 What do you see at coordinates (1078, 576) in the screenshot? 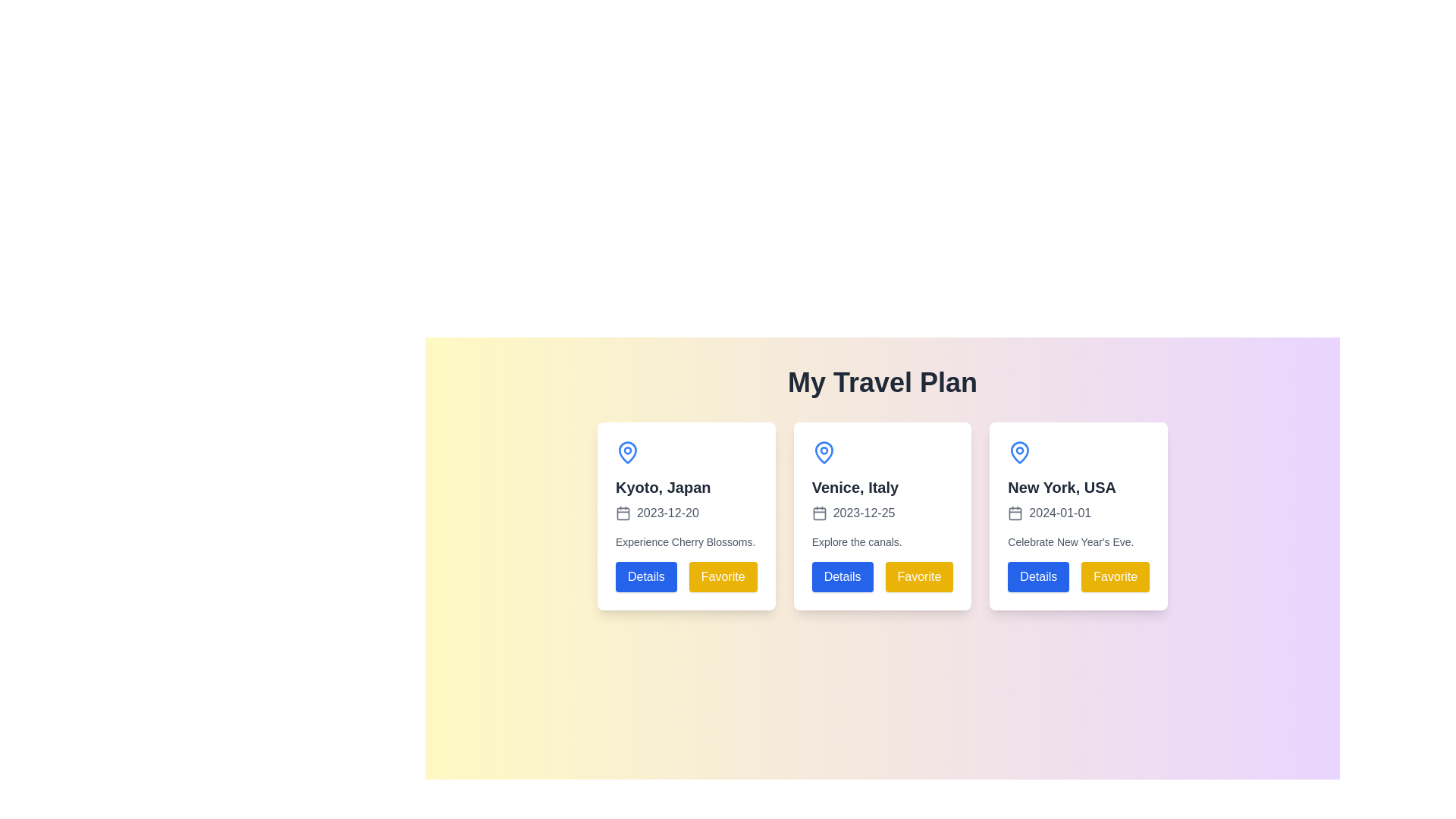
I see `the 'Favorite' button in the button group of the 'New York, USA' card to mark the event as a favorite` at bounding box center [1078, 576].